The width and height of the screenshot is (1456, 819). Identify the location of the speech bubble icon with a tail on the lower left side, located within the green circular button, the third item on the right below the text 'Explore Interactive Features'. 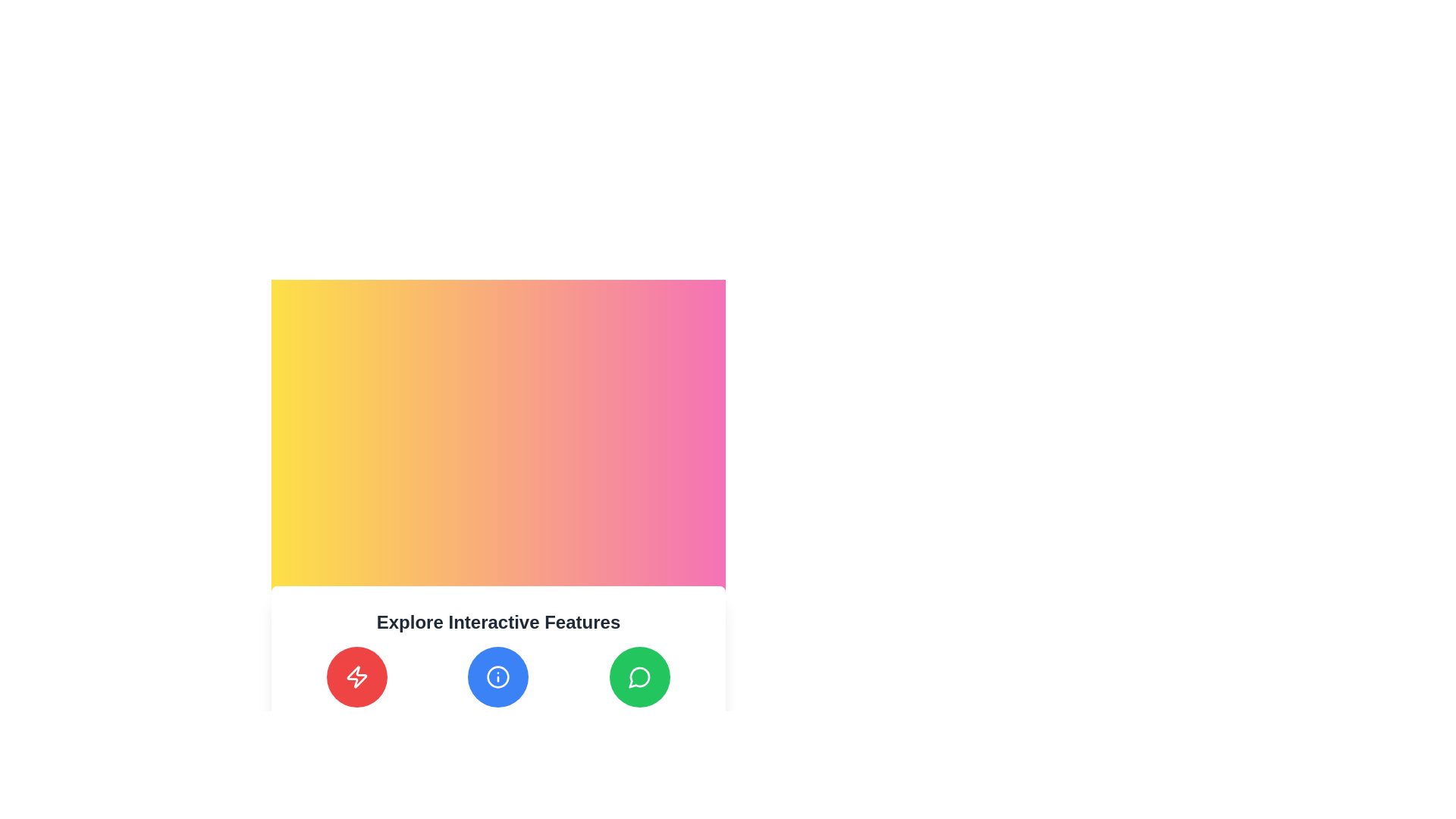
(639, 676).